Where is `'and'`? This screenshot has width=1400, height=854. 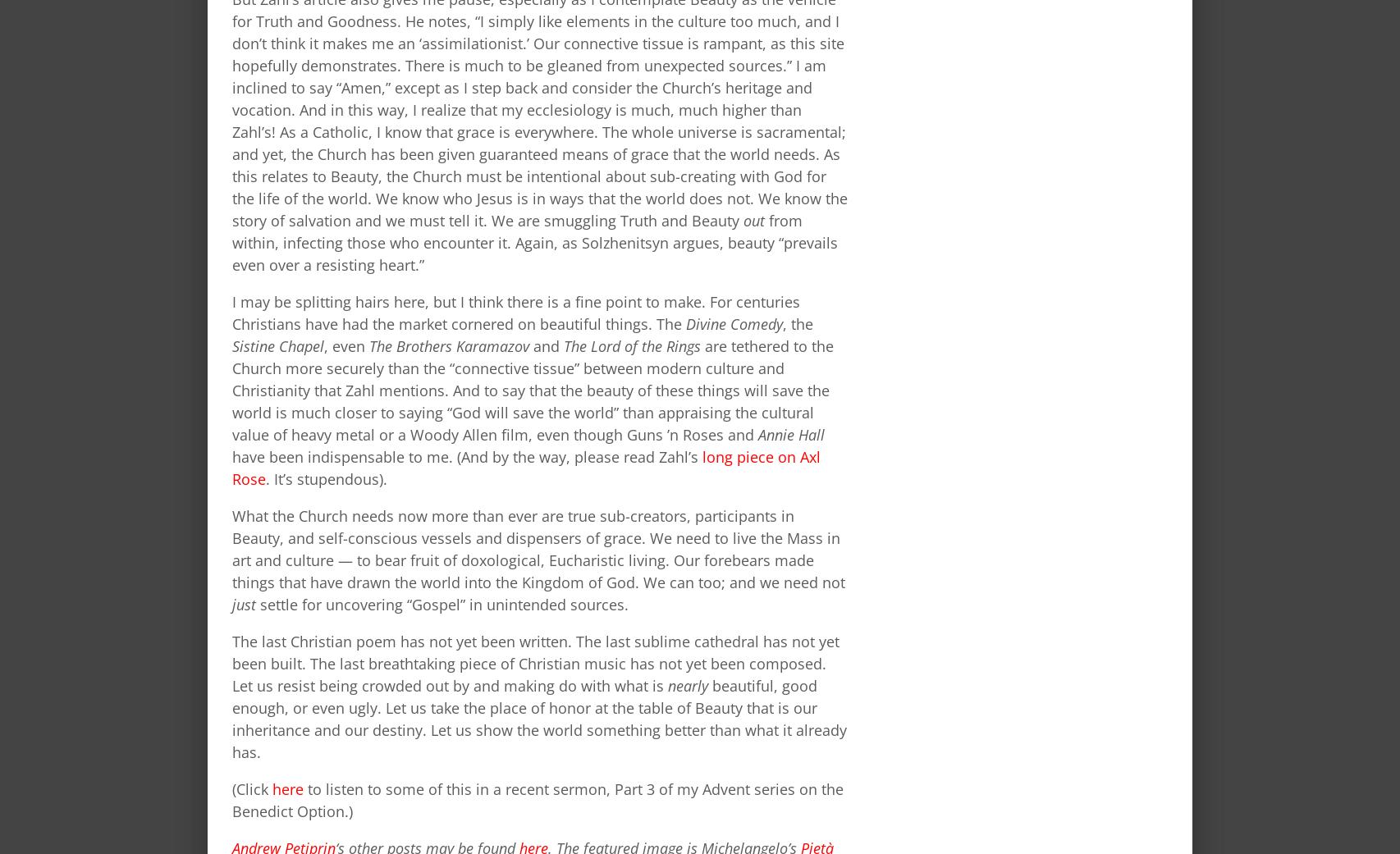
'and' is located at coordinates (528, 344).